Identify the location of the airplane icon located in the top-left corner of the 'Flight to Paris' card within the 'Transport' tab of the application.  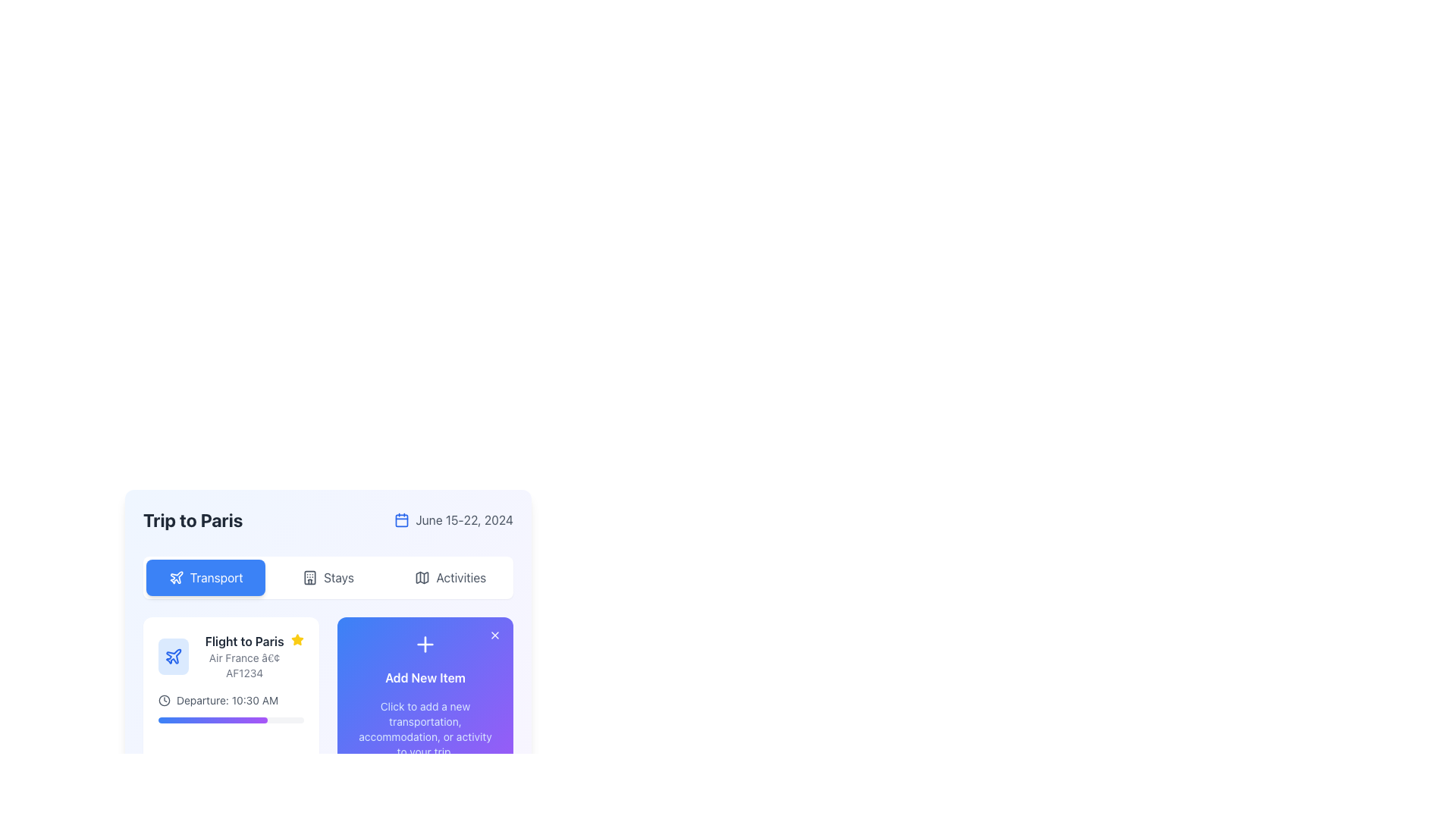
(174, 655).